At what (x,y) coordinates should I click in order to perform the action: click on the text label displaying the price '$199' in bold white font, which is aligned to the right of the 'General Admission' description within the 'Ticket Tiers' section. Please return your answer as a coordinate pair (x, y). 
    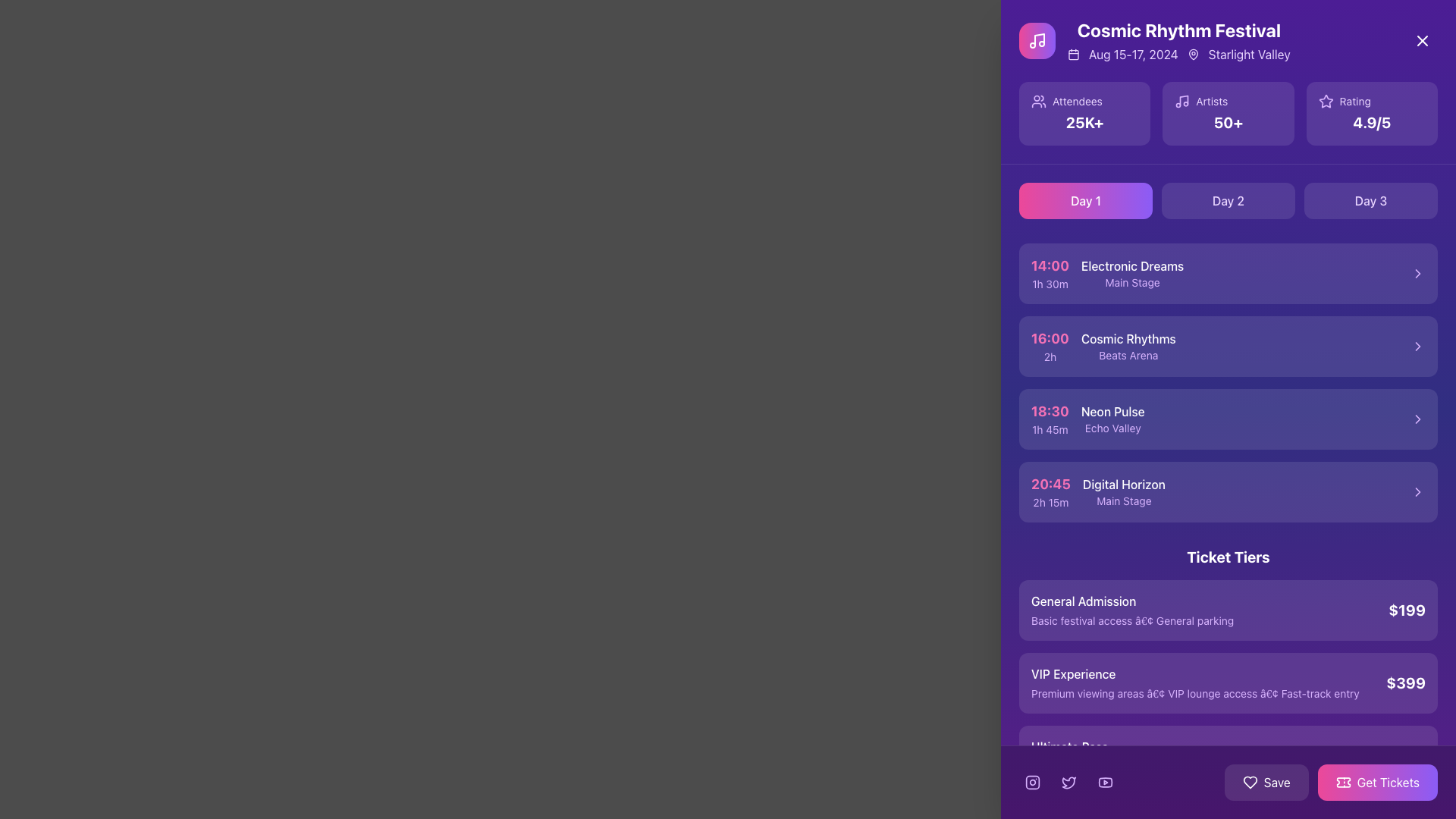
    Looking at the image, I should click on (1406, 610).